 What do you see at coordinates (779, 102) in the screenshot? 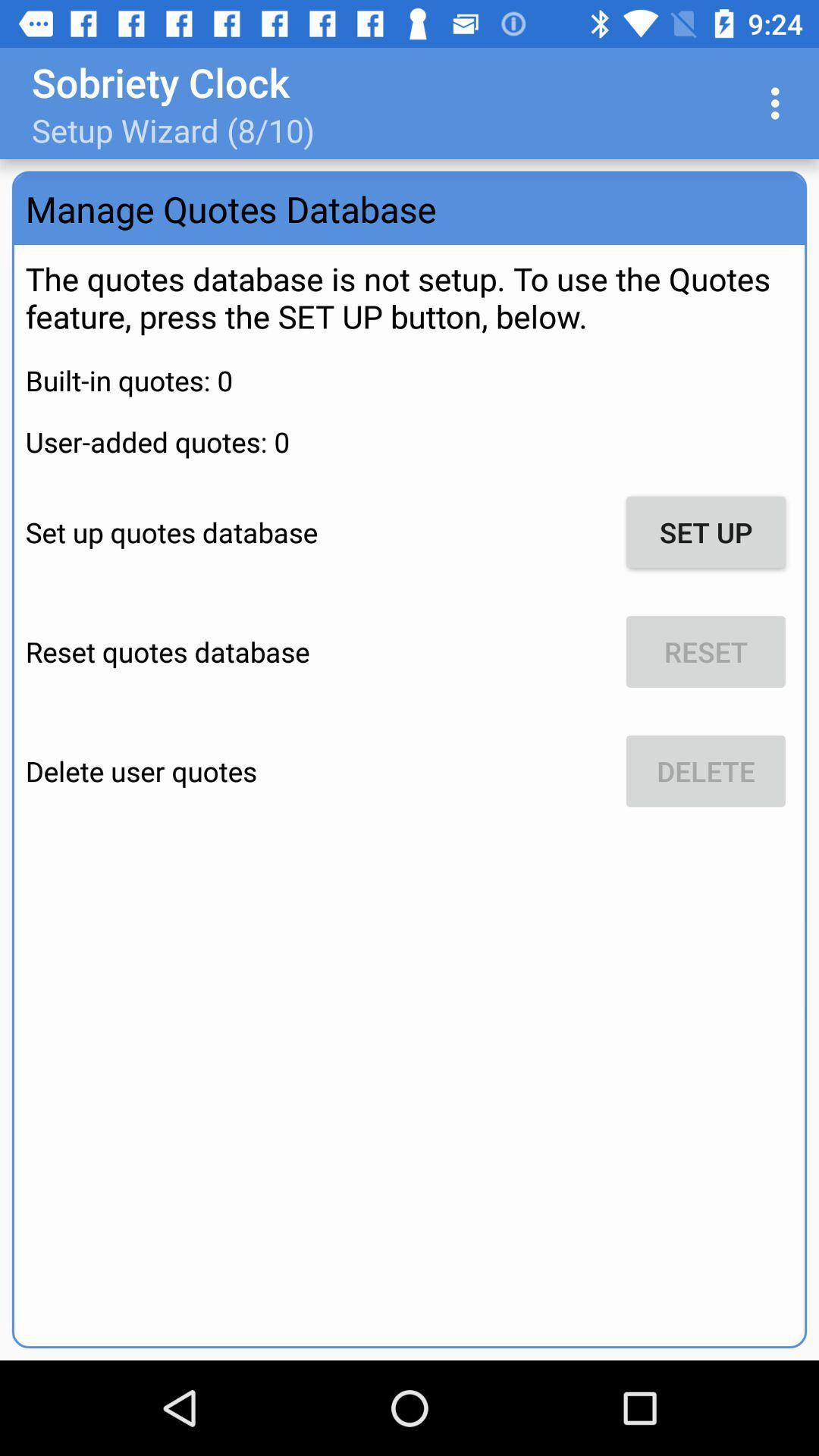
I see `item next to setup wizard 8` at bounding box center [779, 102].